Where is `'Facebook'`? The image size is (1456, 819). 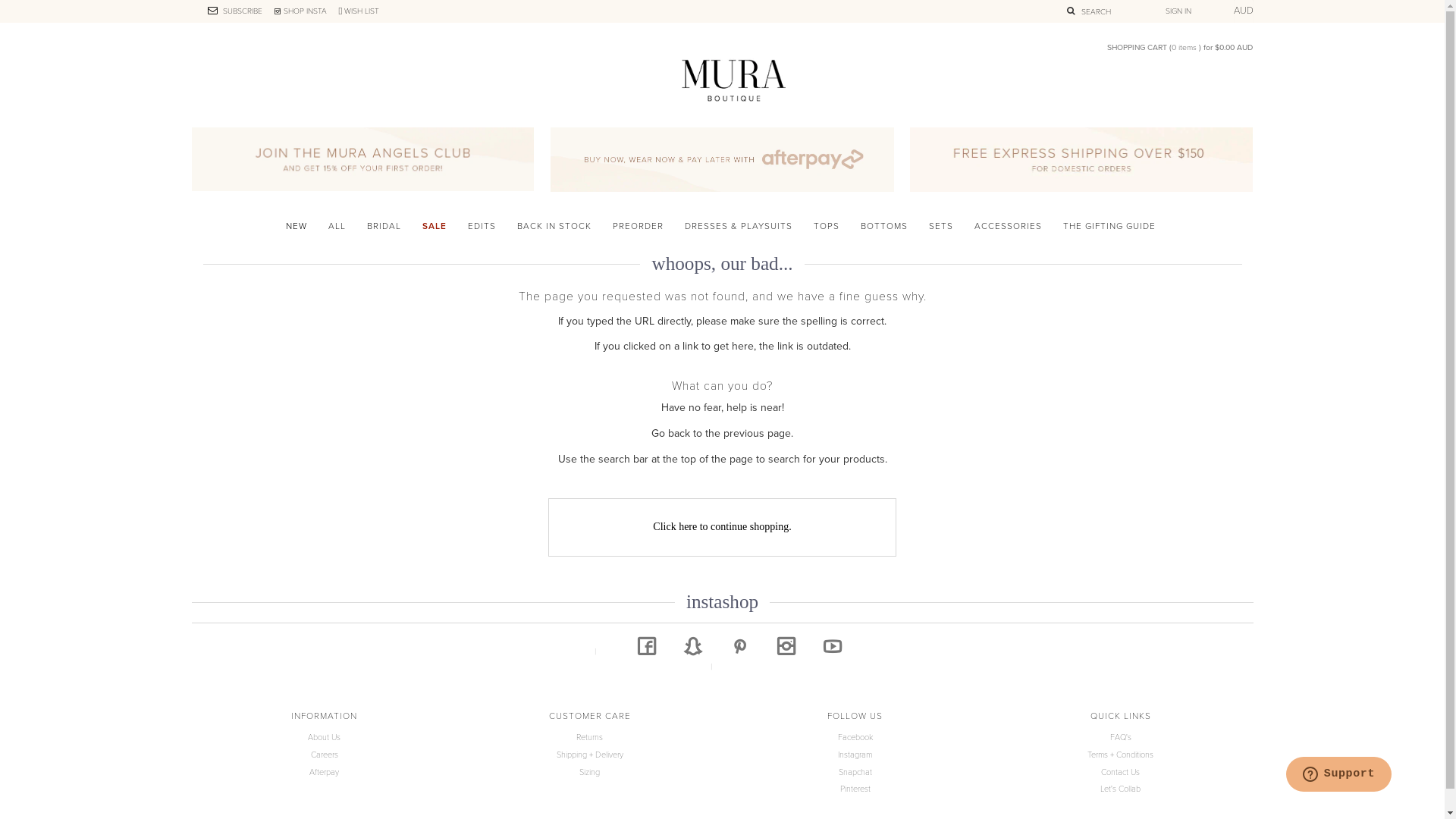 'Facebook' is located at coordinates (836, 736).